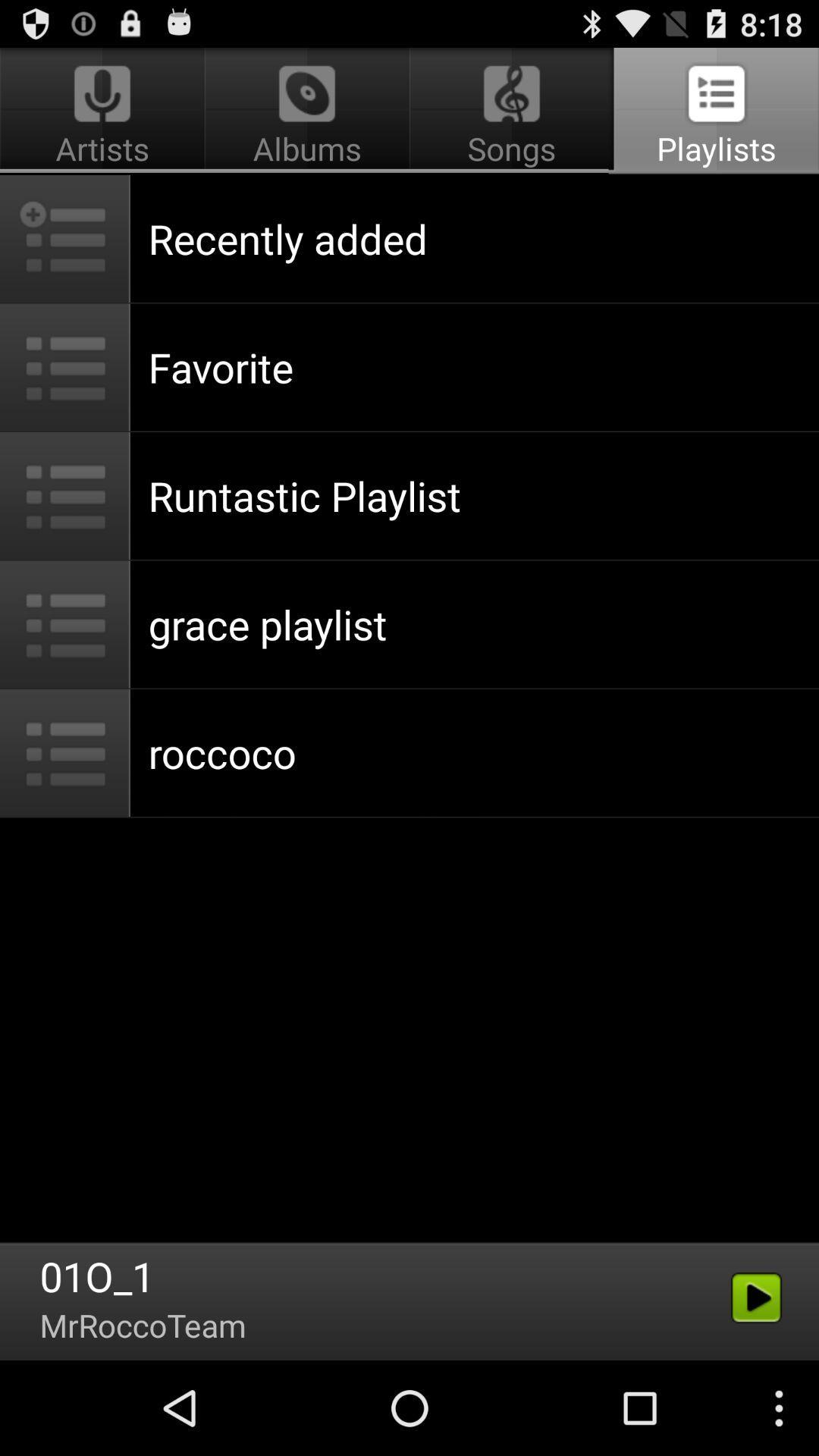  Describe the element at coordinates (714, 111) in the screenshot. I see `app above recently added icon` at that location.